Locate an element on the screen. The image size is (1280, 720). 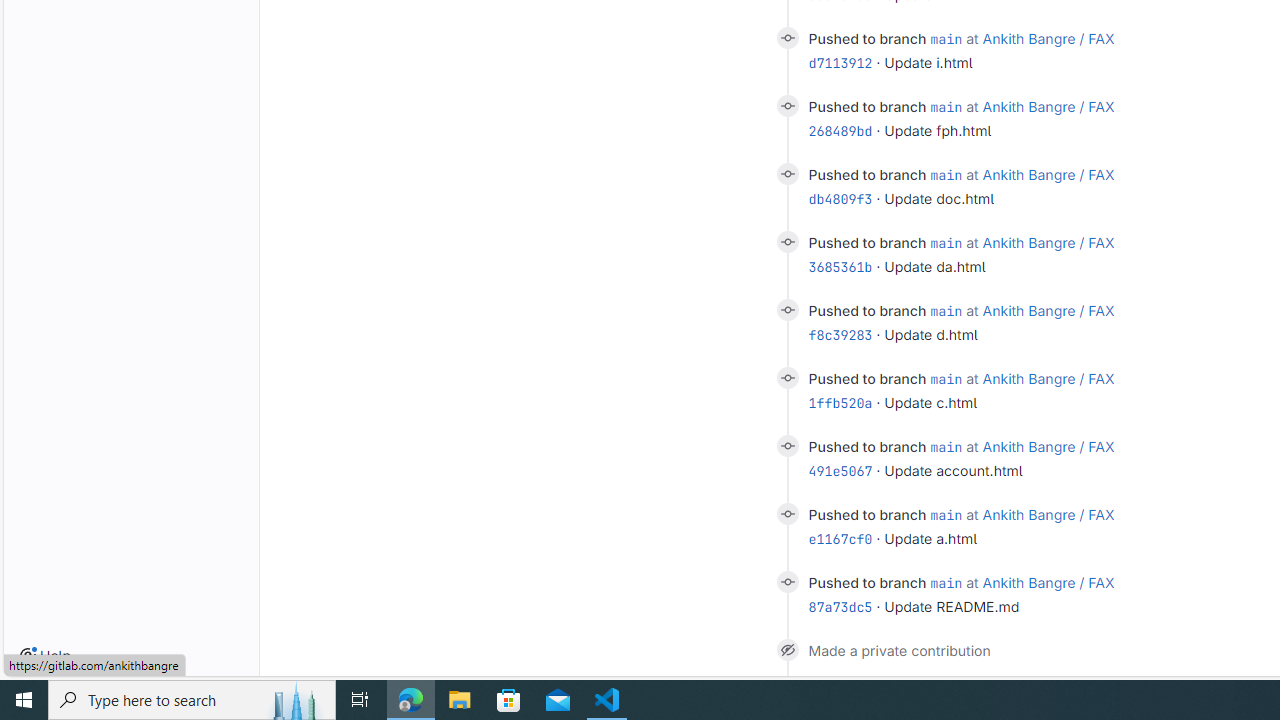
'f8c39283' is located at coordinates (840, 334).